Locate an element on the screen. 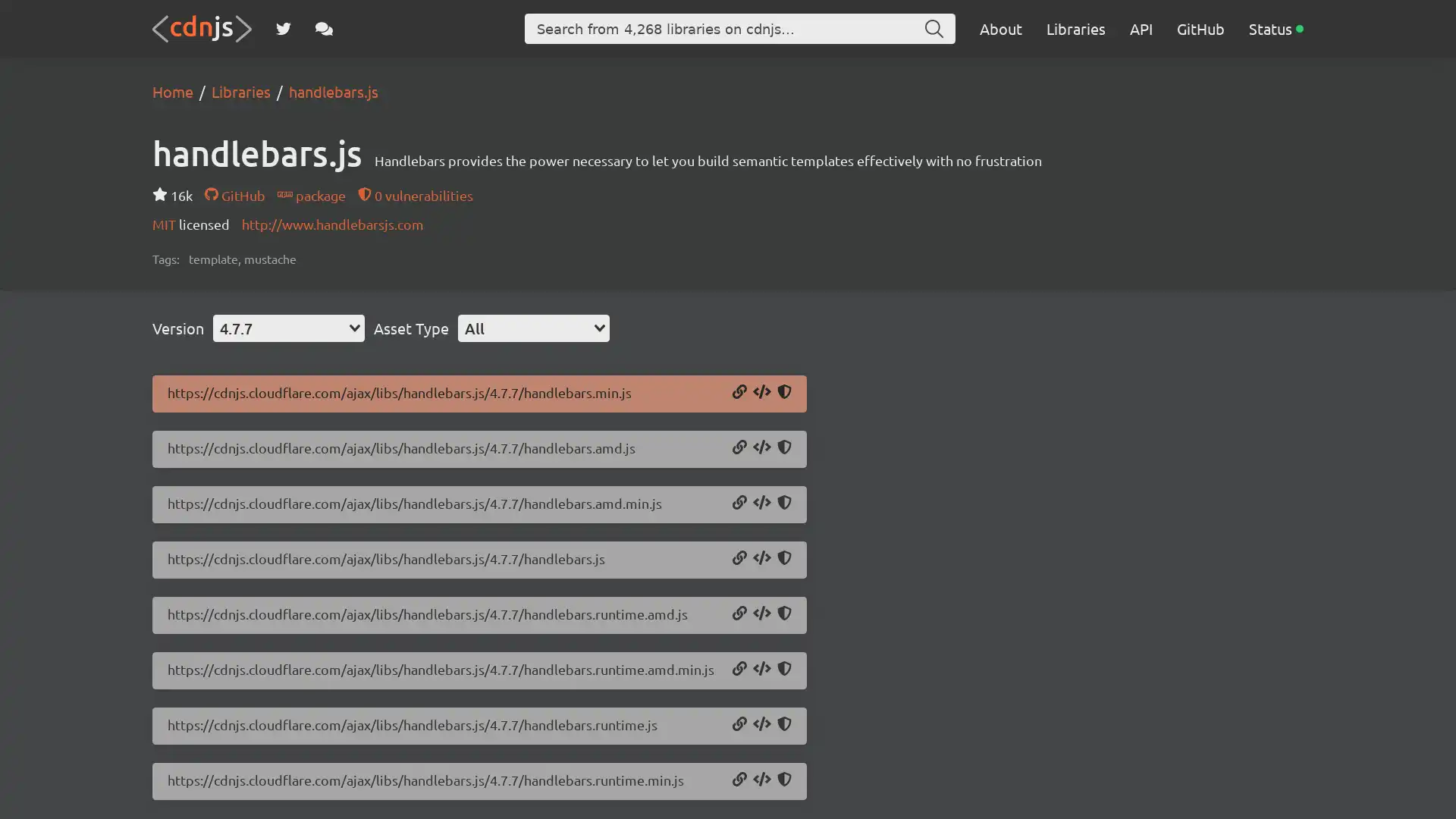 Image resolution: width=1456 pixels, height=819 pixels. Copy Script Tag is located at coordinates (761, 724).